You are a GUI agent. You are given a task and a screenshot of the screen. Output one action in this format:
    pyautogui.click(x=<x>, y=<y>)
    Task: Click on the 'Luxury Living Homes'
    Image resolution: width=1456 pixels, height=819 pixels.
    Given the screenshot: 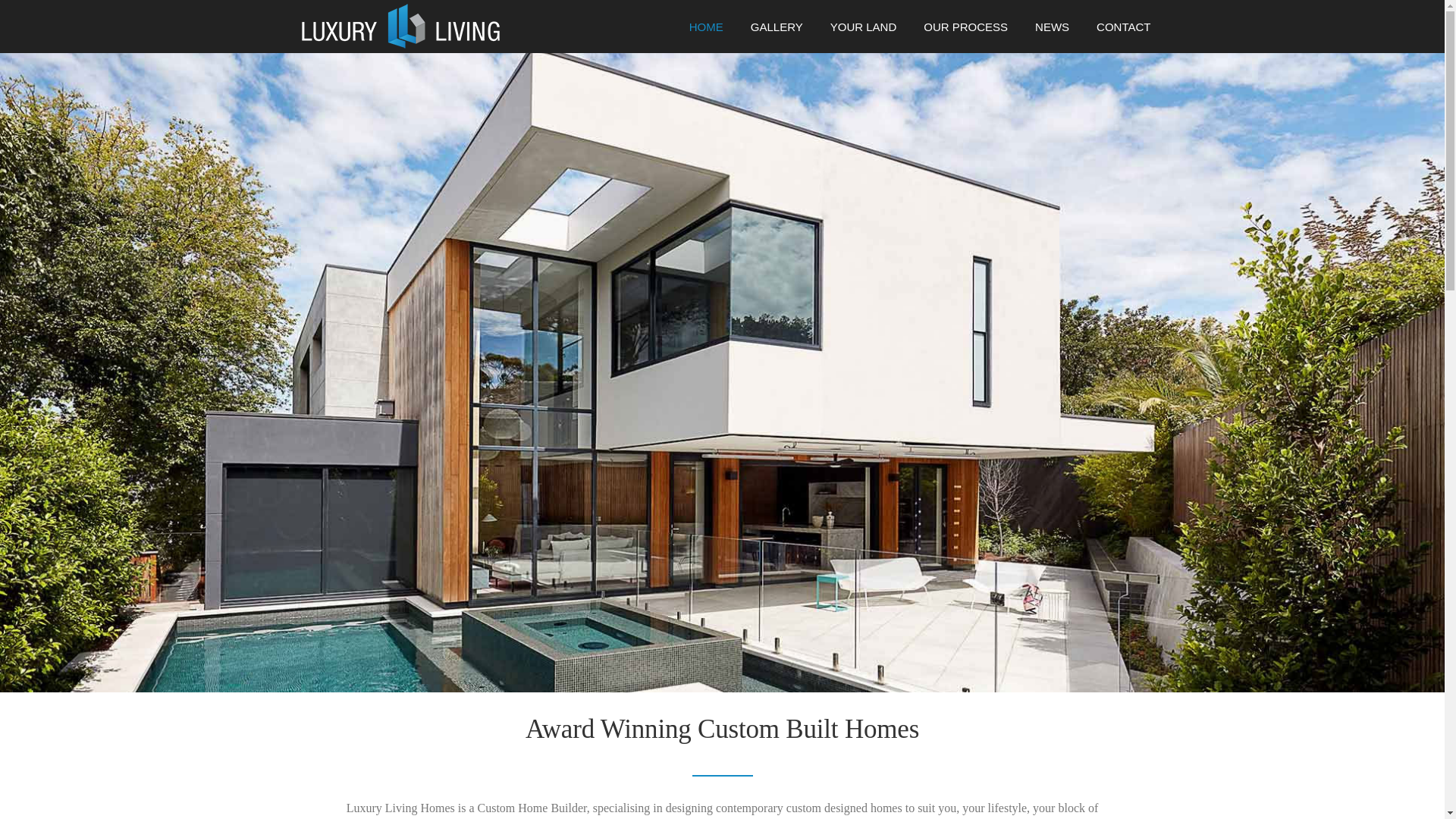 What is the action you would take?
    pyautogui.click(x=400, y=25)
    